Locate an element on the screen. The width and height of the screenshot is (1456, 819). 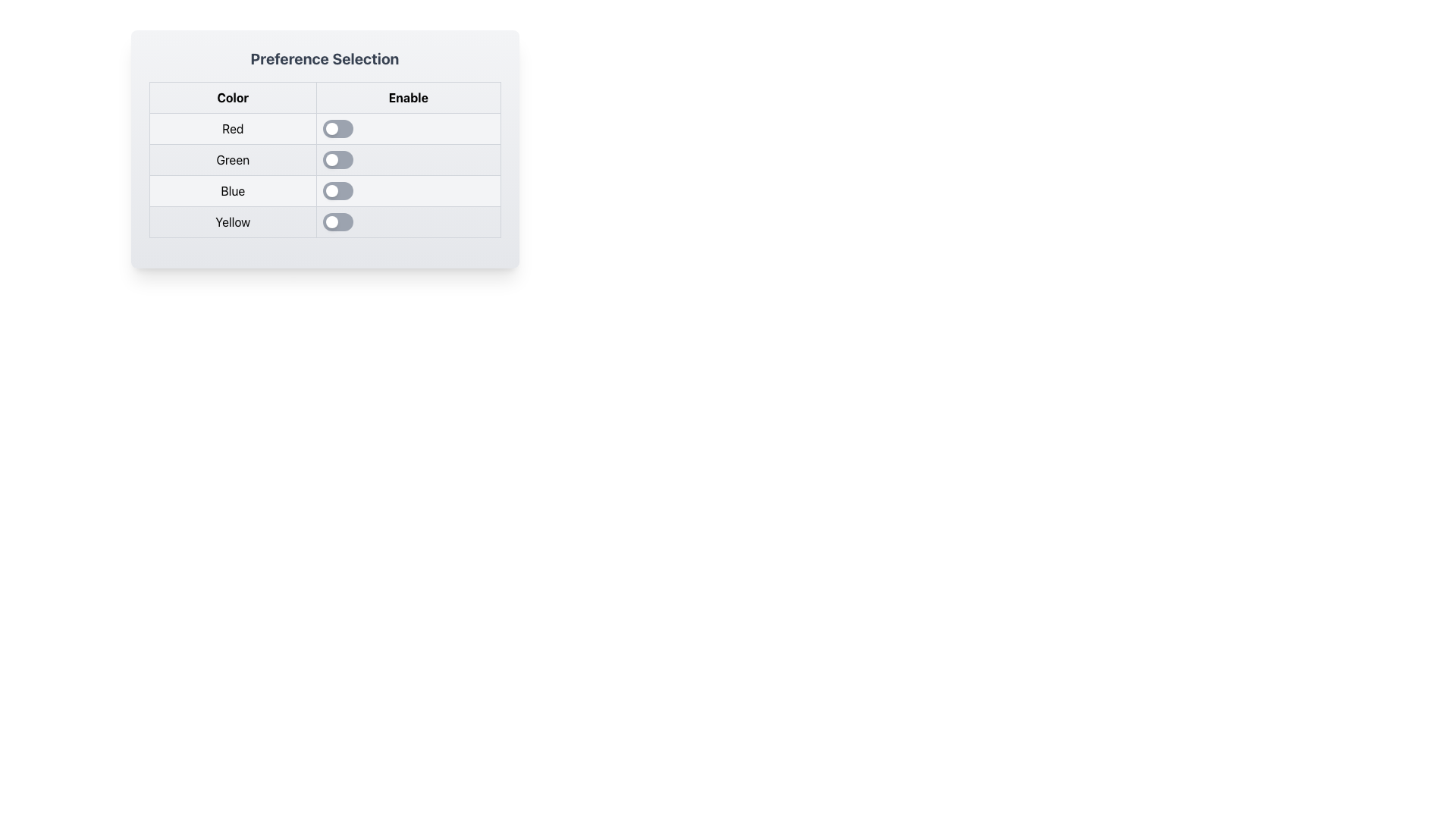
the toggle switch corresponding to the 'Red' preference in the 'Enable' column of the table to switch its state is located at coordinates (324, 127).